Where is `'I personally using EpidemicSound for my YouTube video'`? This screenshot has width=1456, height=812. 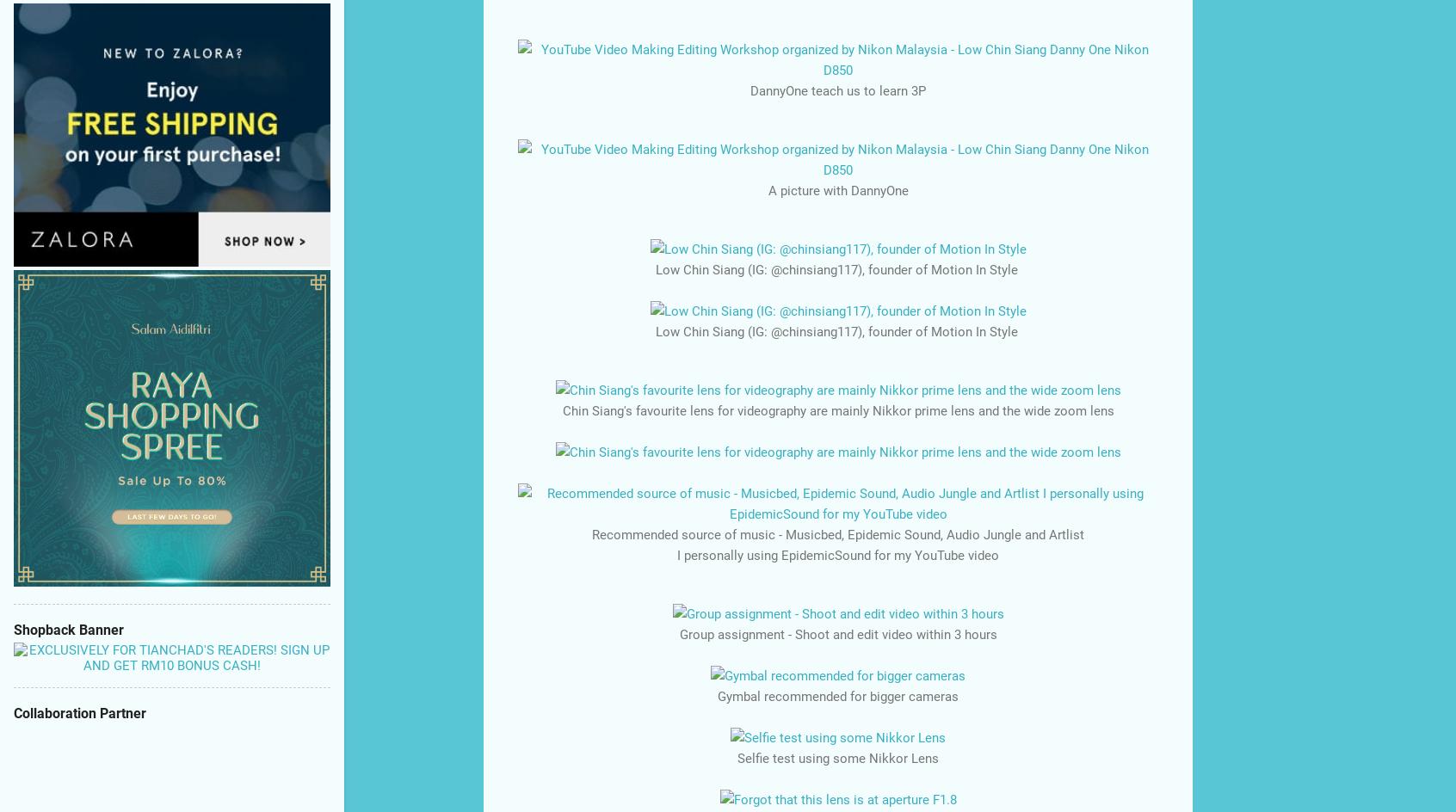 'I personally using EpidemicSound for my YouTube video' is located at coordinates (676, 555).